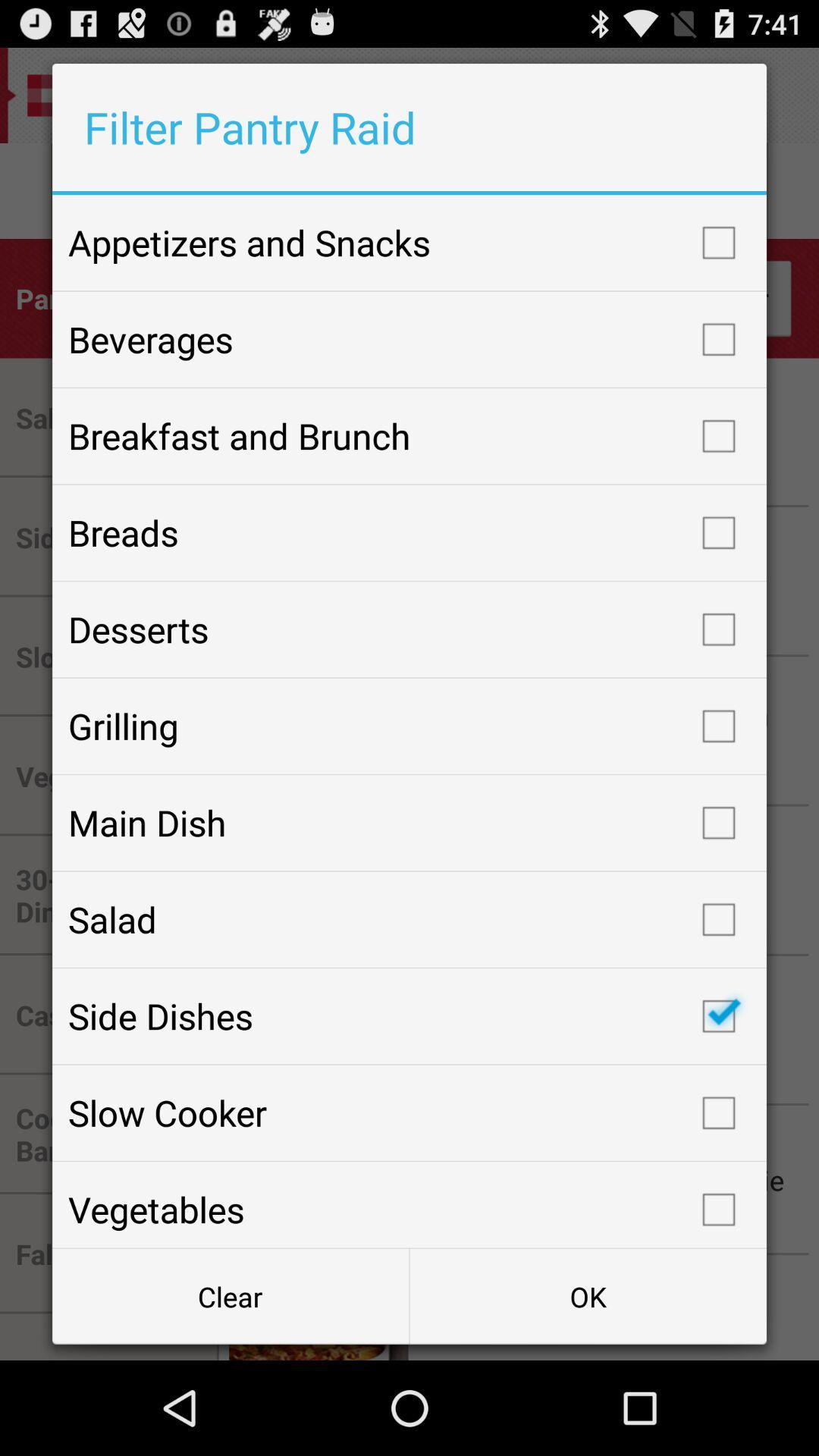  What do you see at coordinates (231, 1295) in the screenshot?
I see `item to the left of the ok item` at bounding box center [231, 1295].